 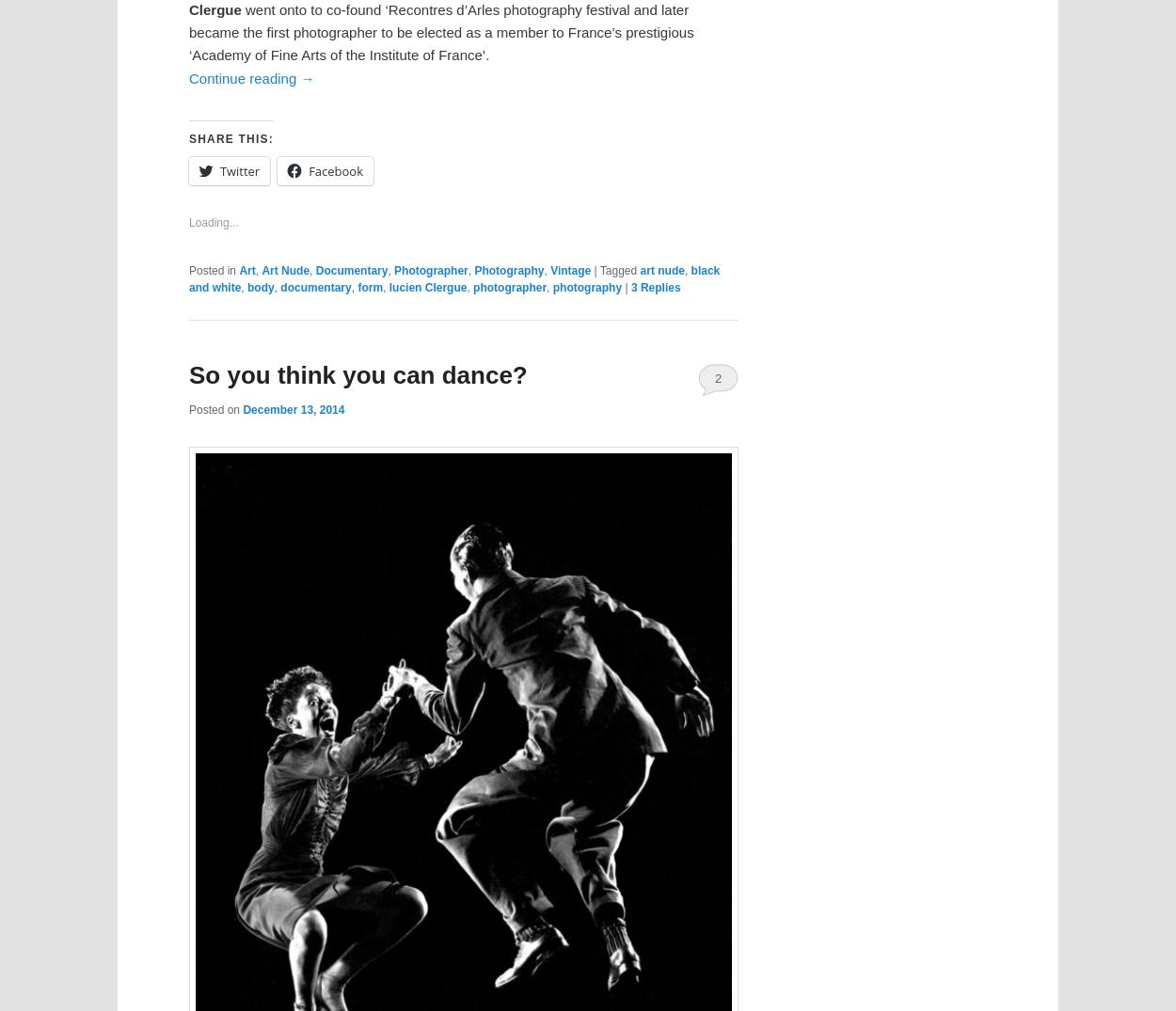 What do you see at coordinates (294, 408) in the screenshot?
I see `'December 13, 2014'` at bounding box center [294, 408].